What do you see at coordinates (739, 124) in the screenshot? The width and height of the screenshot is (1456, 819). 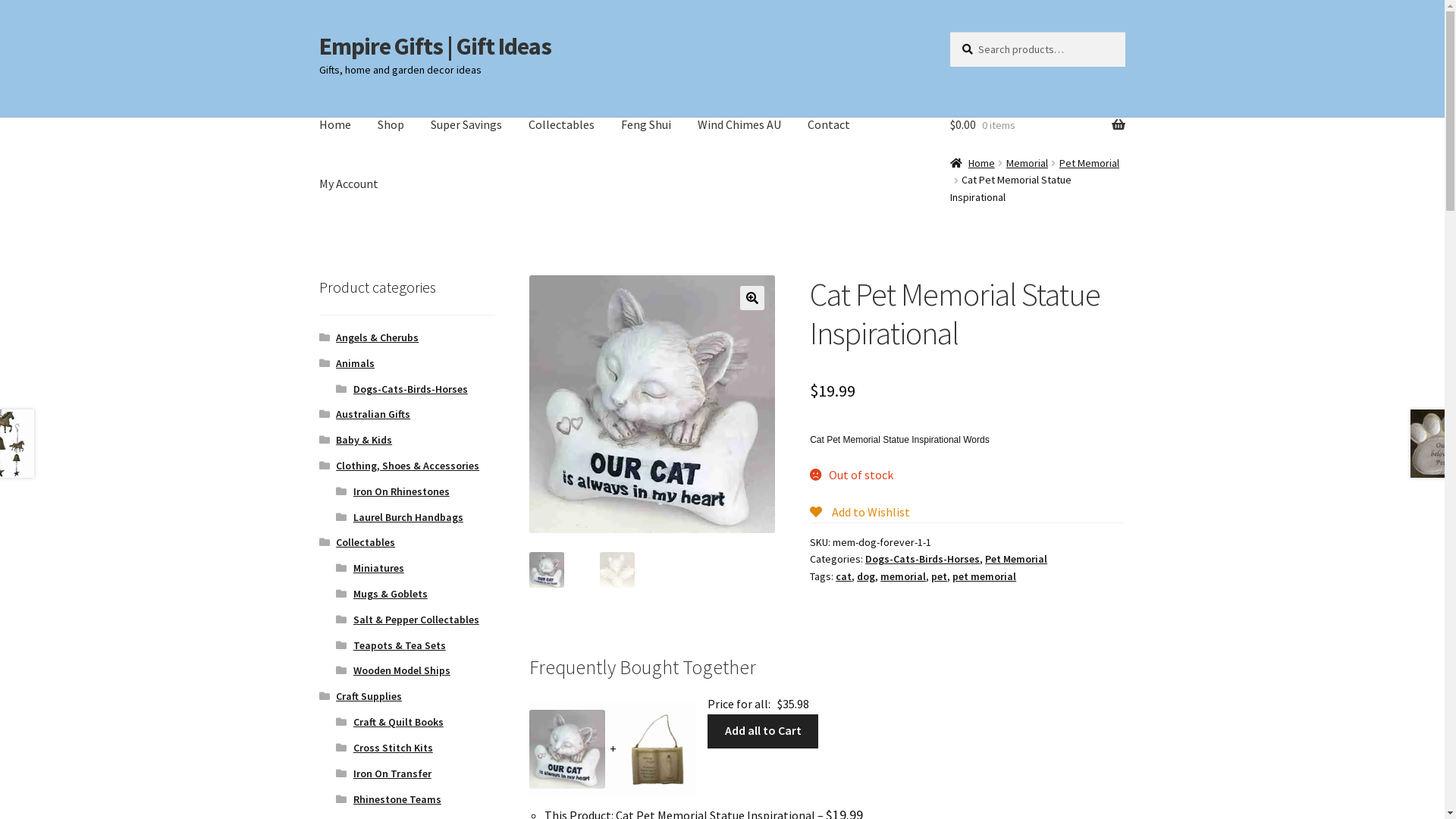 I see `'Wind Chimes AU'` at bounding box center [739, 124].